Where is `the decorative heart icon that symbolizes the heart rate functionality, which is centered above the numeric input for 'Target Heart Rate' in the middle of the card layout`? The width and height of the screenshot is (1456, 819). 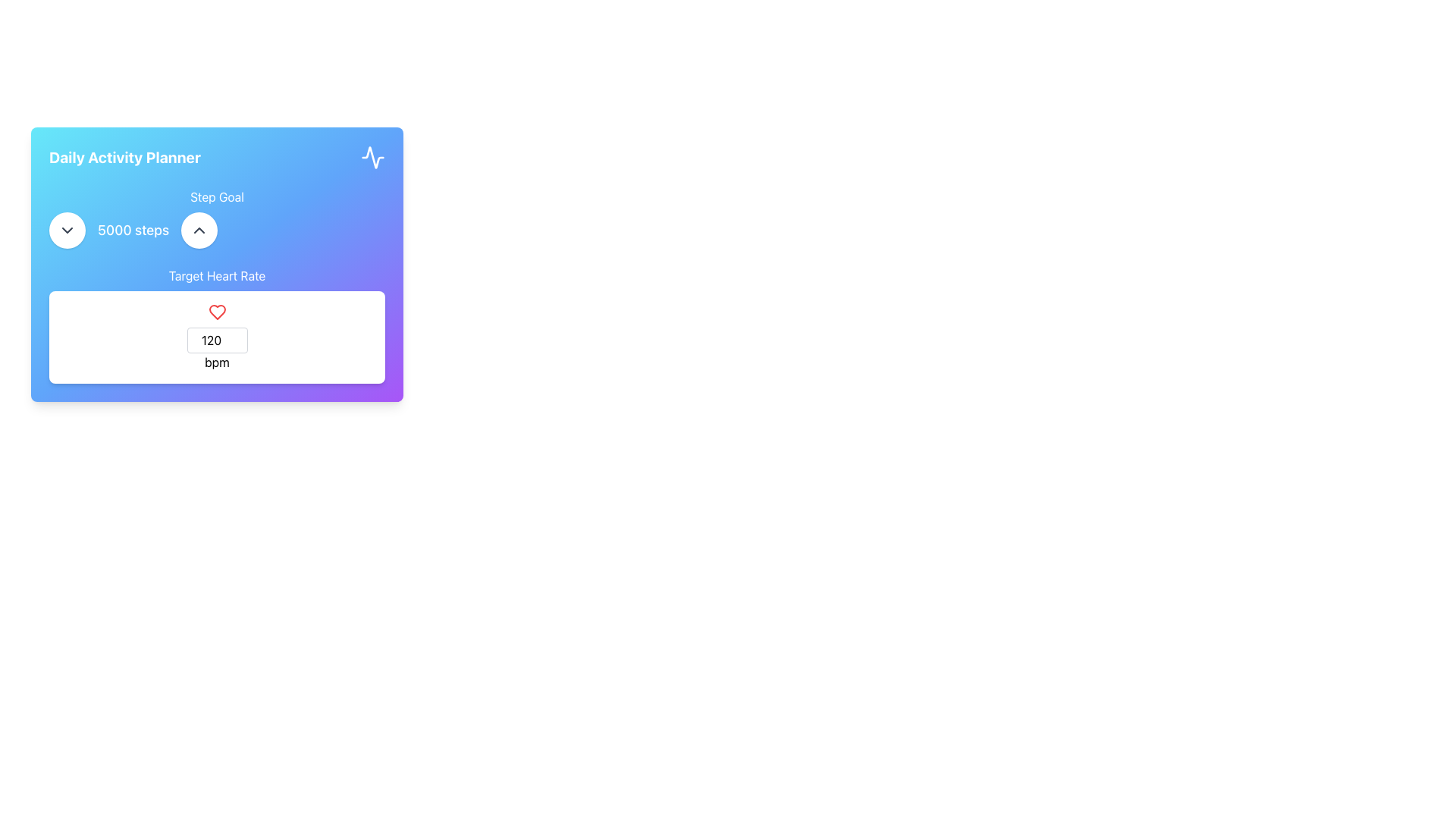
the decorative heart icon that symbolizes the heart rate functionality, which is centered above the numeric input for 'Target Heart Rate' in the middle of the card layout is located at coordinates (216, 312).